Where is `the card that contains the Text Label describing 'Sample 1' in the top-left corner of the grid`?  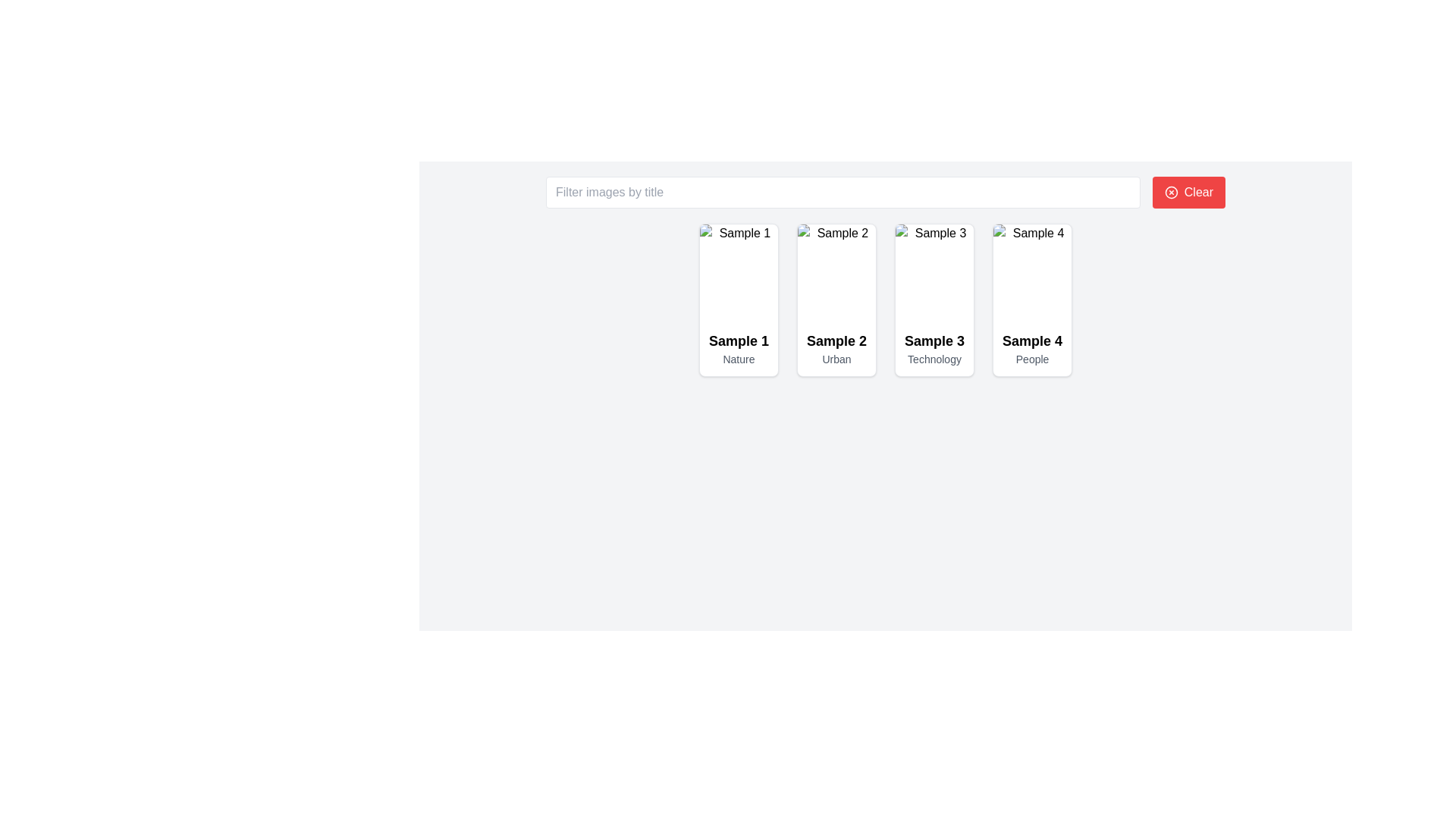
the card that contains the Text Label describing 'Sample 1' in the top-left corner of the grid is located at coordinates (739, 348).